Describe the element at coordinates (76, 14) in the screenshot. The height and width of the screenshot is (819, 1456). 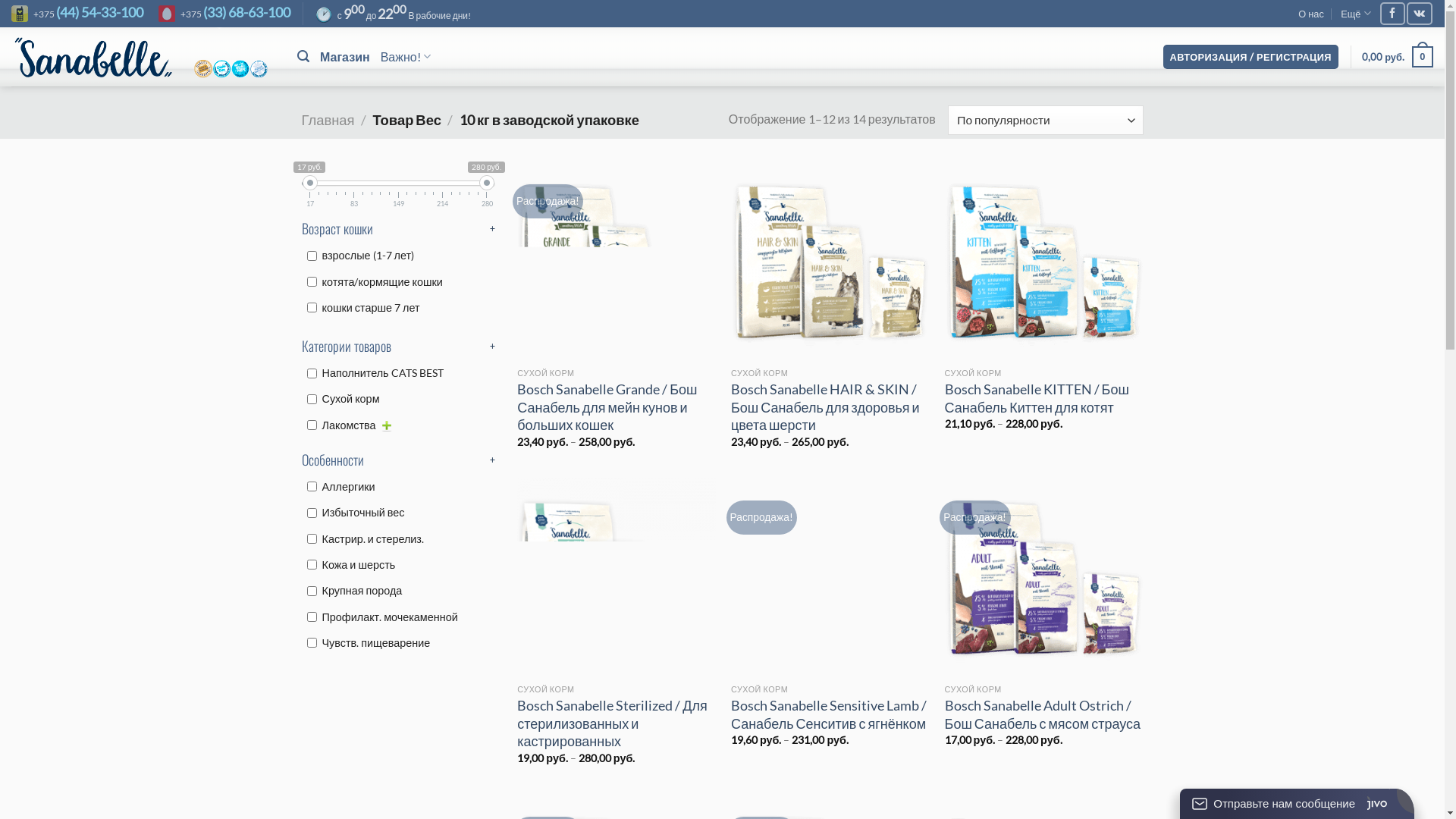
I see `'+375 (44) 54-33-100'` at that location.